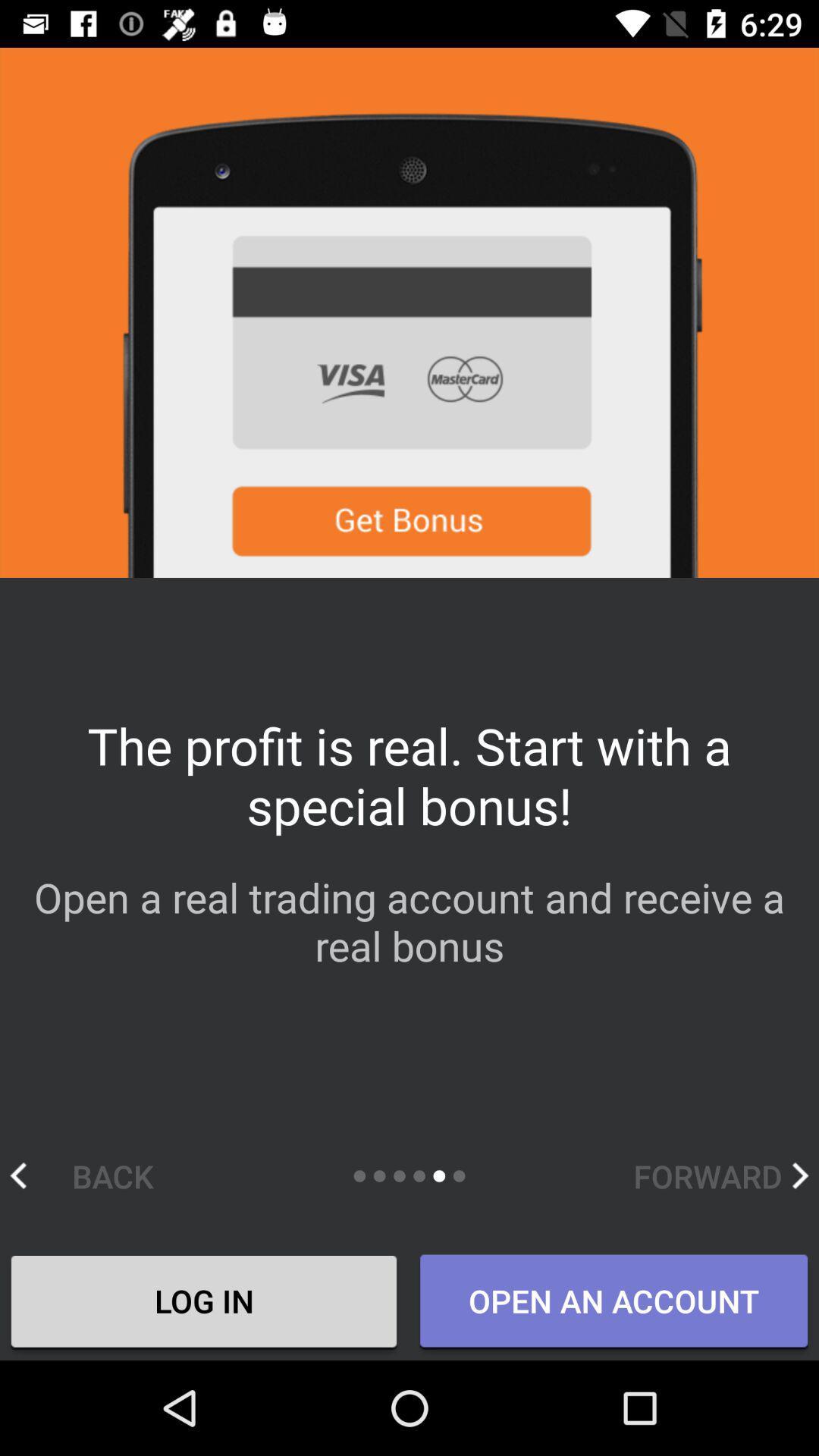 The width and height of the screenshot is (819, 1456). What do you see at coordinates (720, 1175) in the screenshot?
I see `icon above the open an account icon` at bounding box center [720, 1175].